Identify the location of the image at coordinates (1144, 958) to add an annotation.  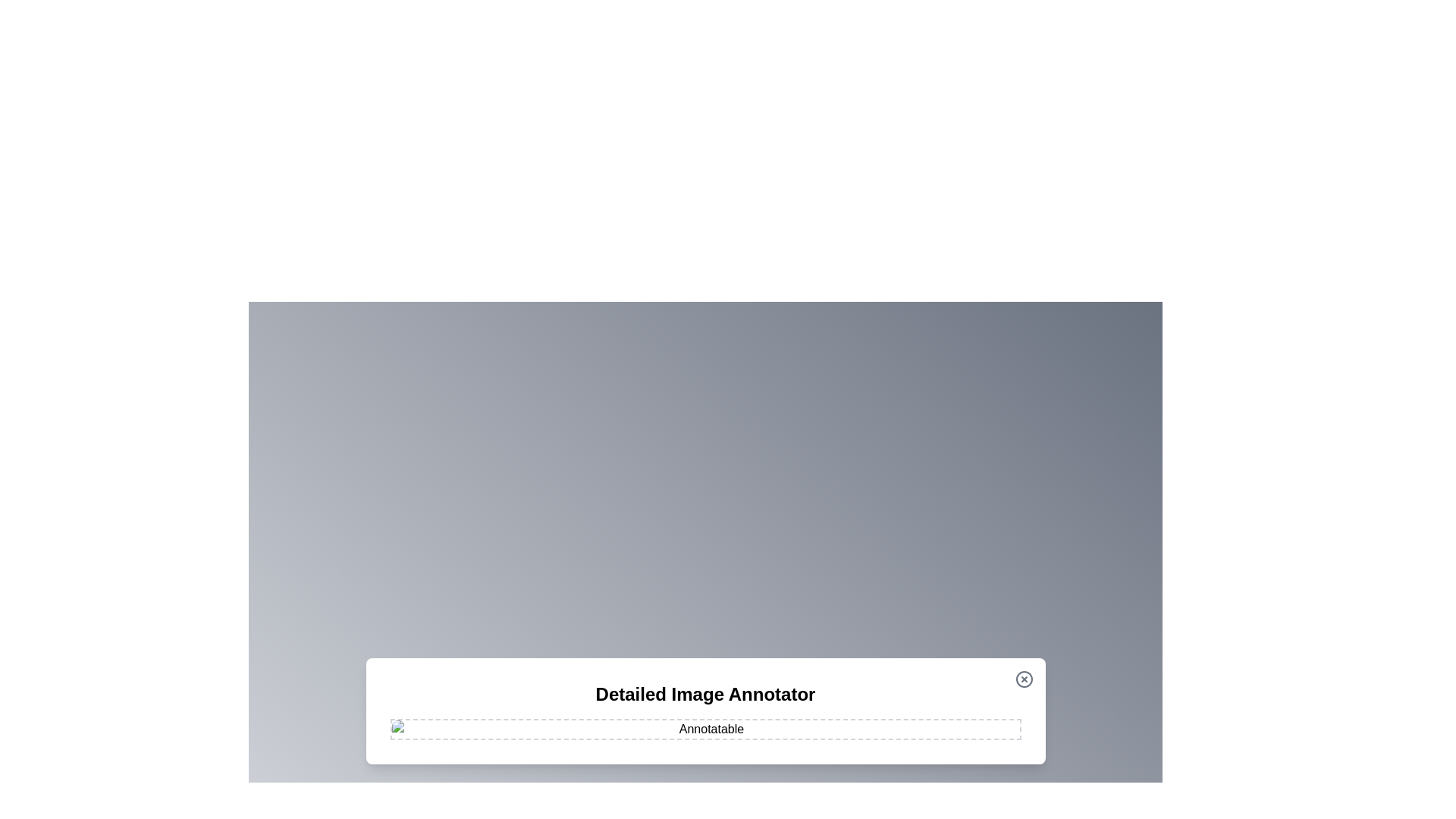
(867, 725).